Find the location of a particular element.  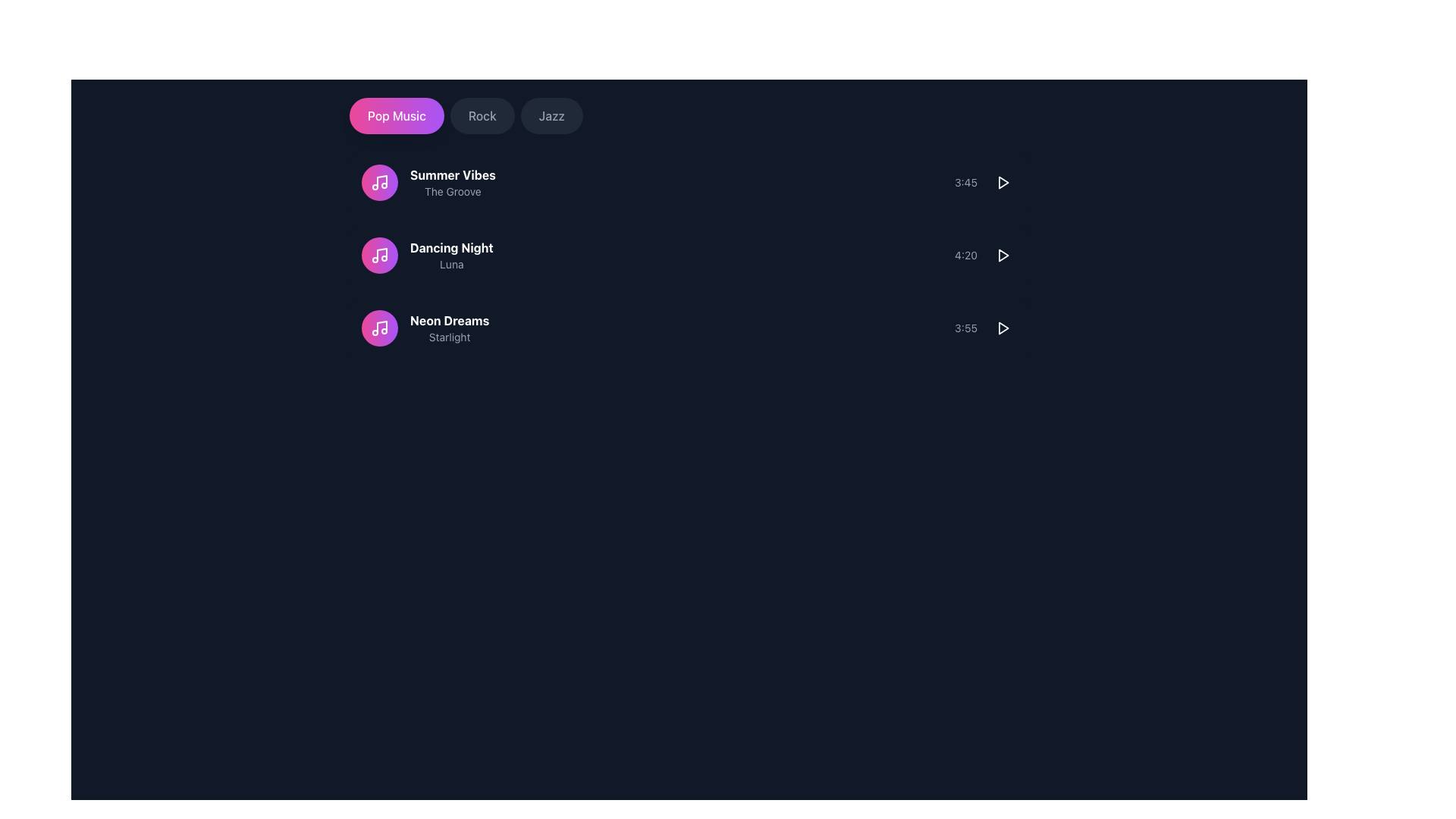

the 'Jazz' button, which is a dark gray rectangular button with rounded edges containing light gray text is located at coordinates (551, 115).